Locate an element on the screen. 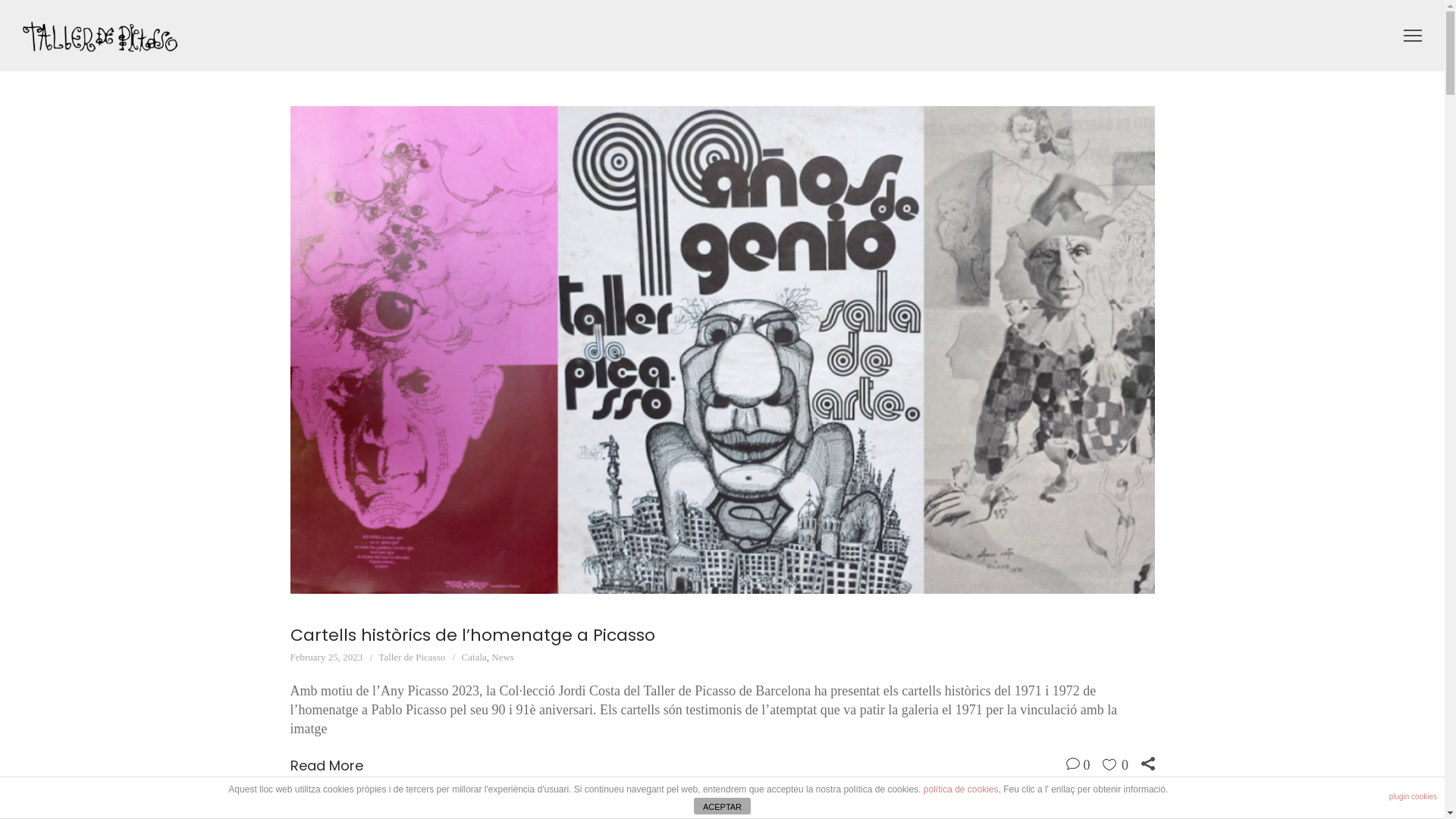  'ACEPTAR' is located at coordinates (721, 805).